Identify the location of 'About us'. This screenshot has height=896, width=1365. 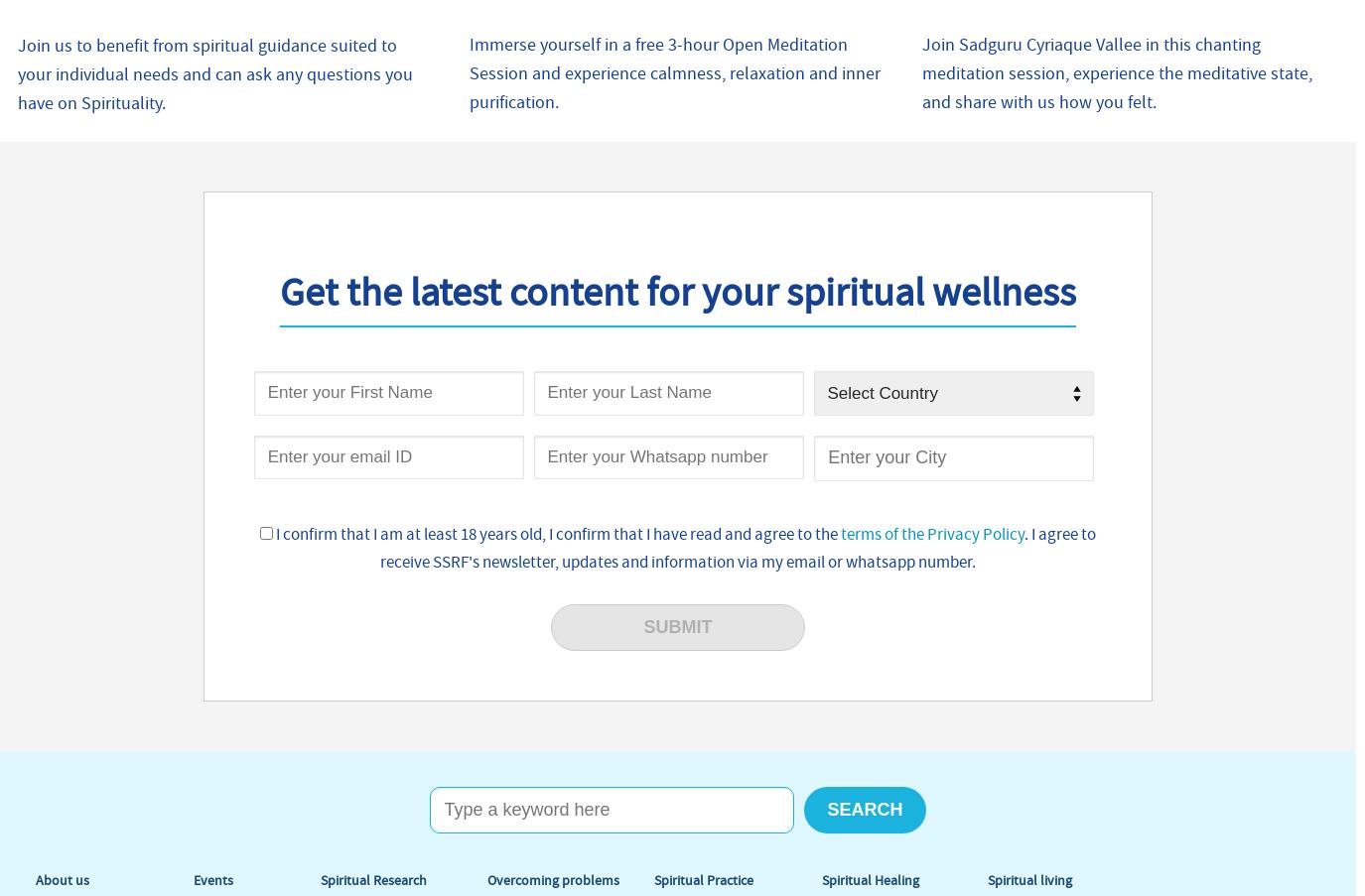
(61, 880).